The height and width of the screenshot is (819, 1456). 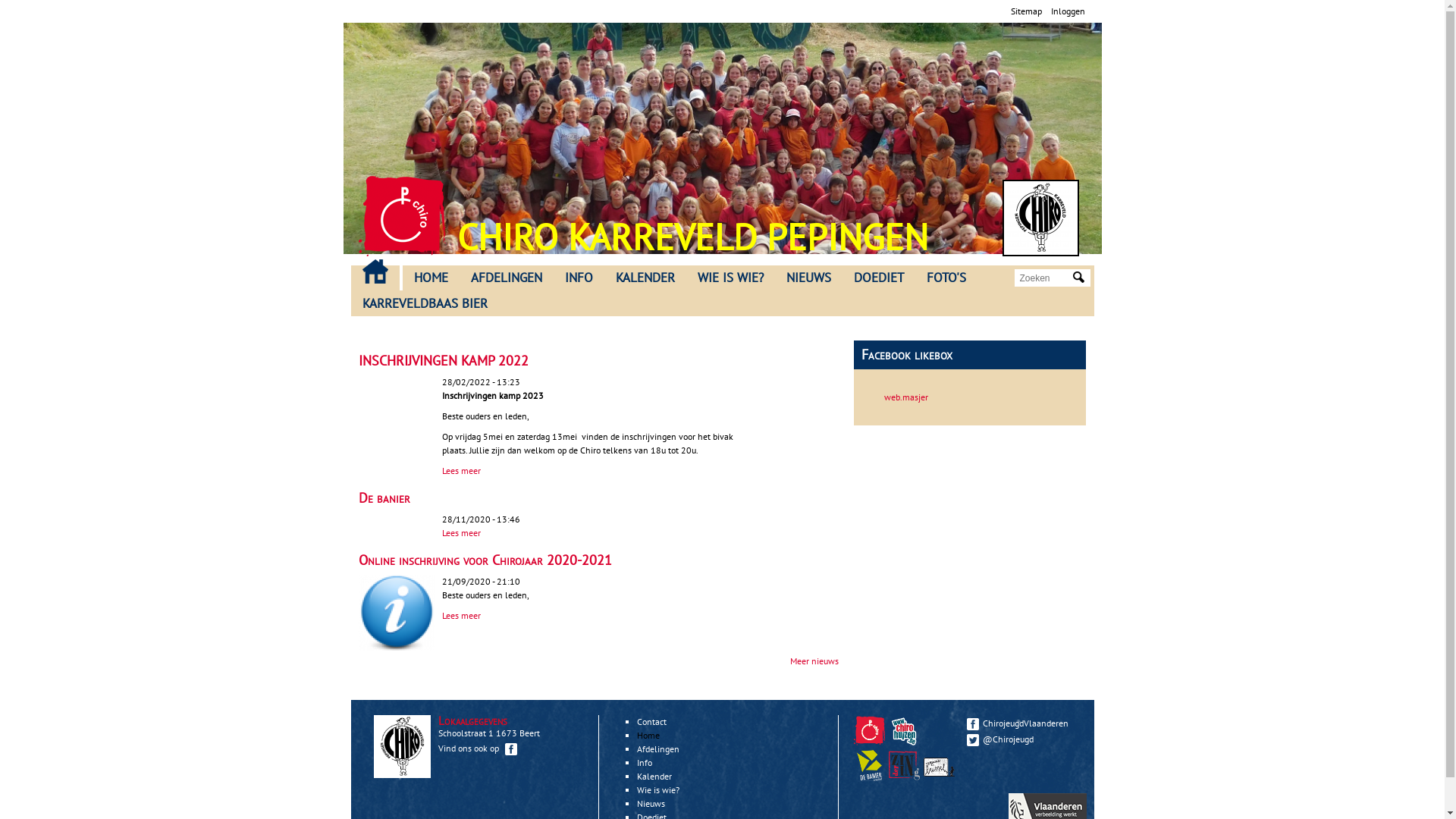 What do you see at coordinates (789, 660) in the screenshot?
I see `'Meer nieuws'` at bounding box center [789, 660].